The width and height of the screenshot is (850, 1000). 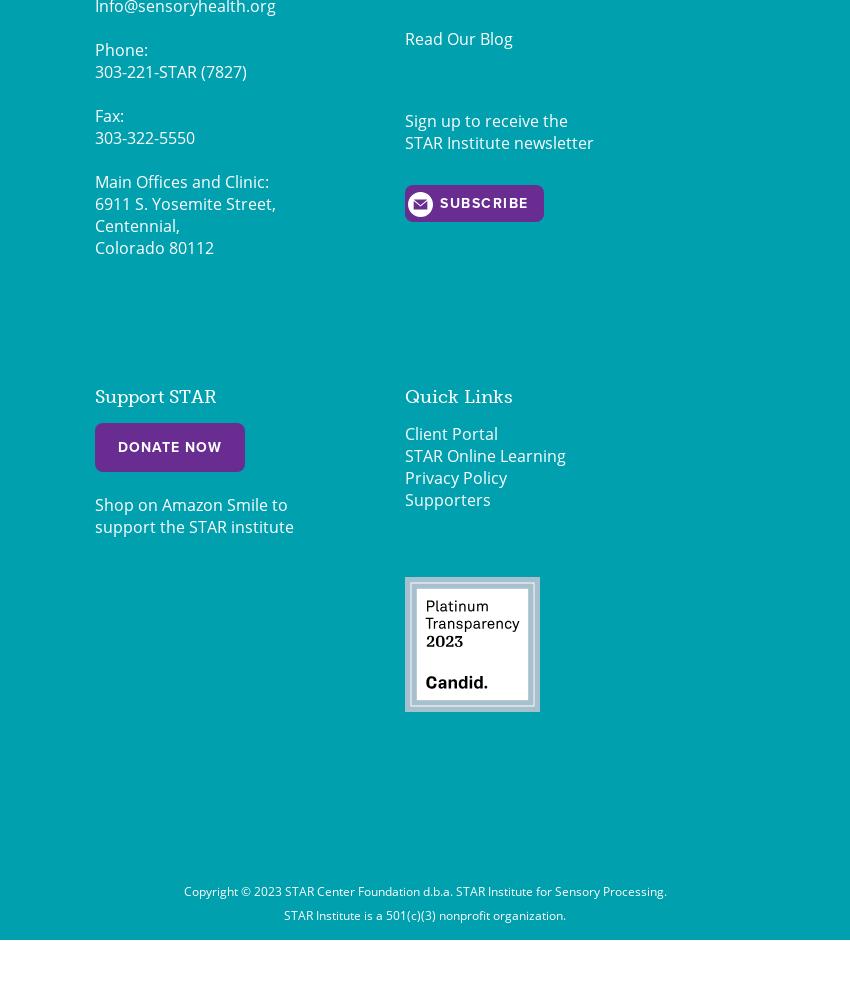 I want to click on 'Colorado 80112', so click(x=154, y=246).